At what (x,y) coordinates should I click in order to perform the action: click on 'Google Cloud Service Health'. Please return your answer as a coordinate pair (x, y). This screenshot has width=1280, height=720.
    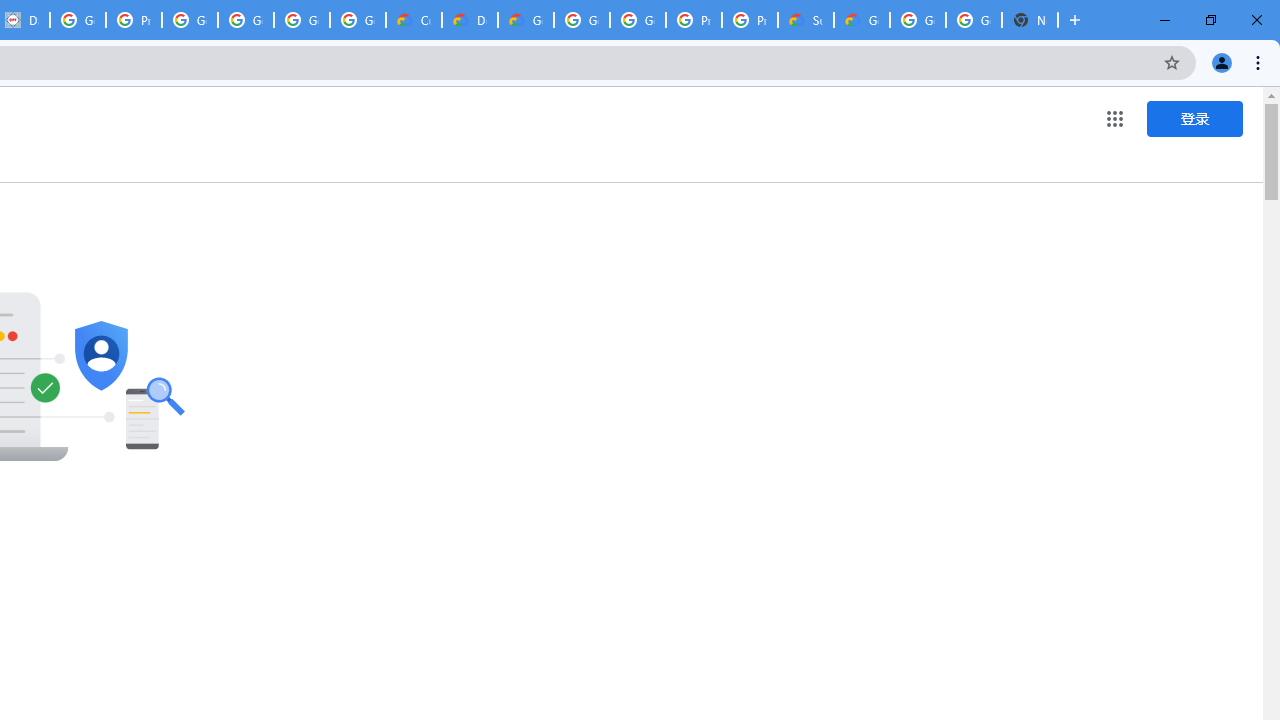
    Looking at the image, I should click on (862, 20).